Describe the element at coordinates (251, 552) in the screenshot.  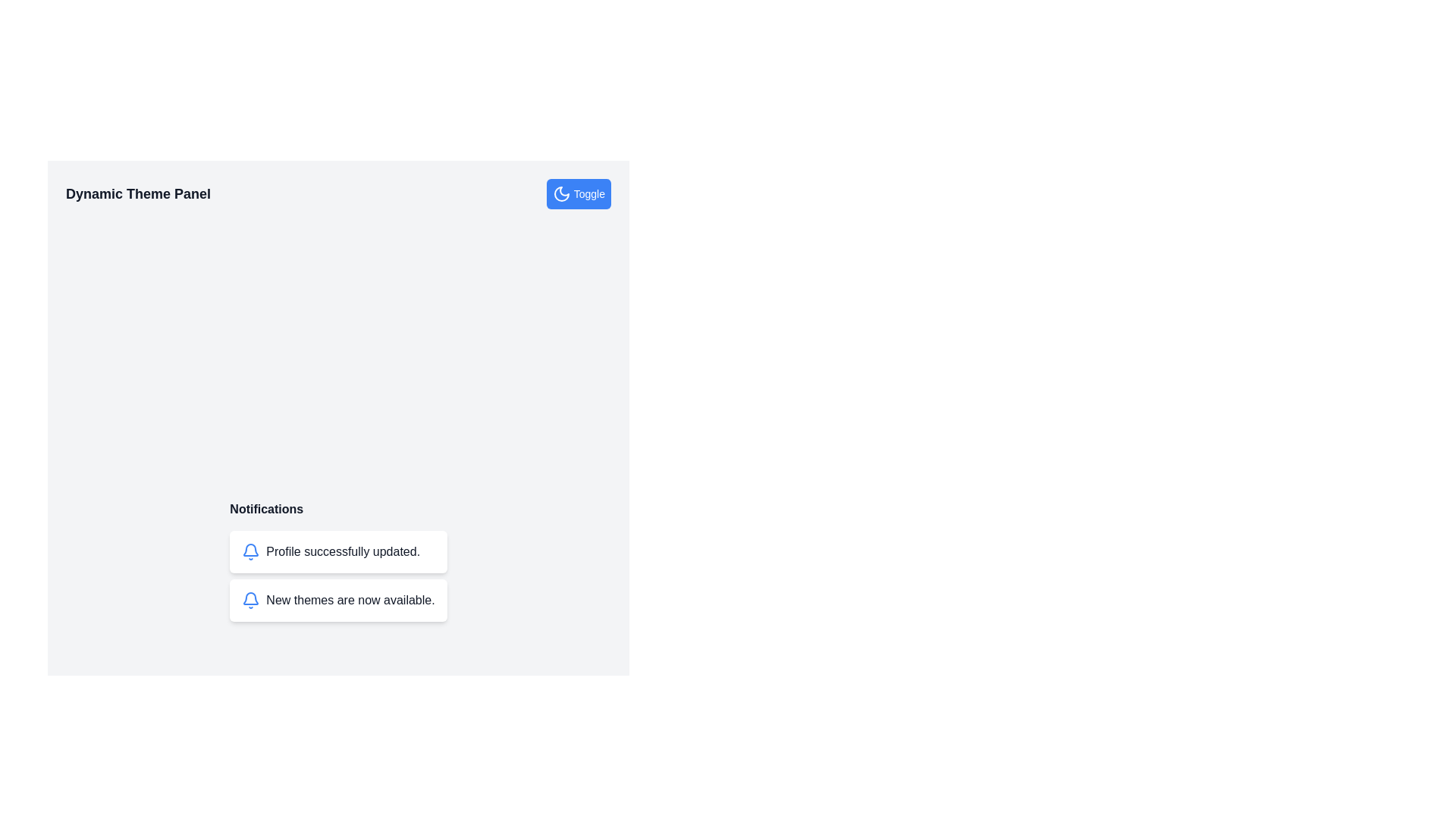
I see `the leftmost icon in the 'Profile successfully updated.' notification card, which serves as a visual indicator for alerts or notifications` at that location.